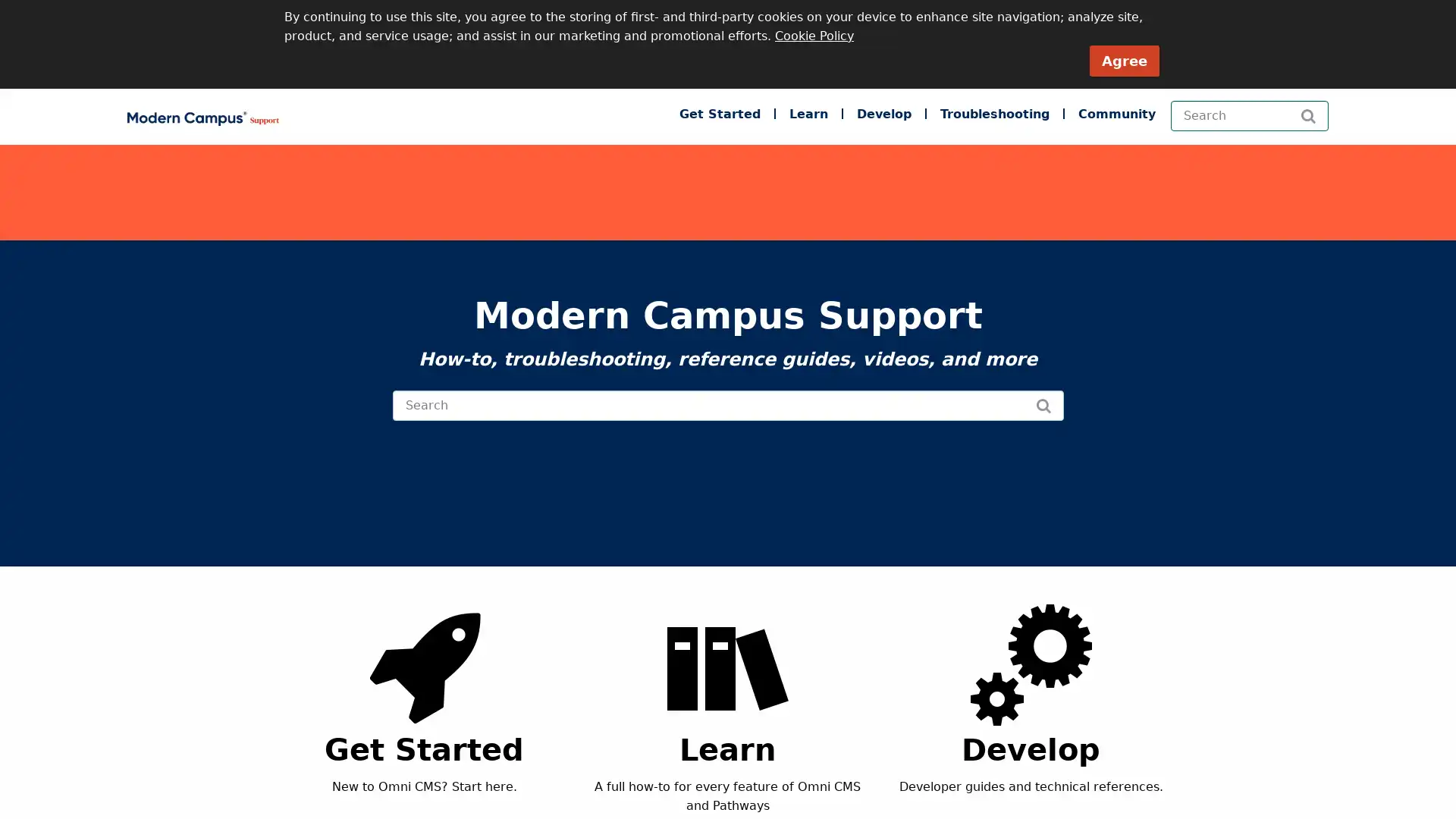  I want to click on Search, so click(1042, 403).